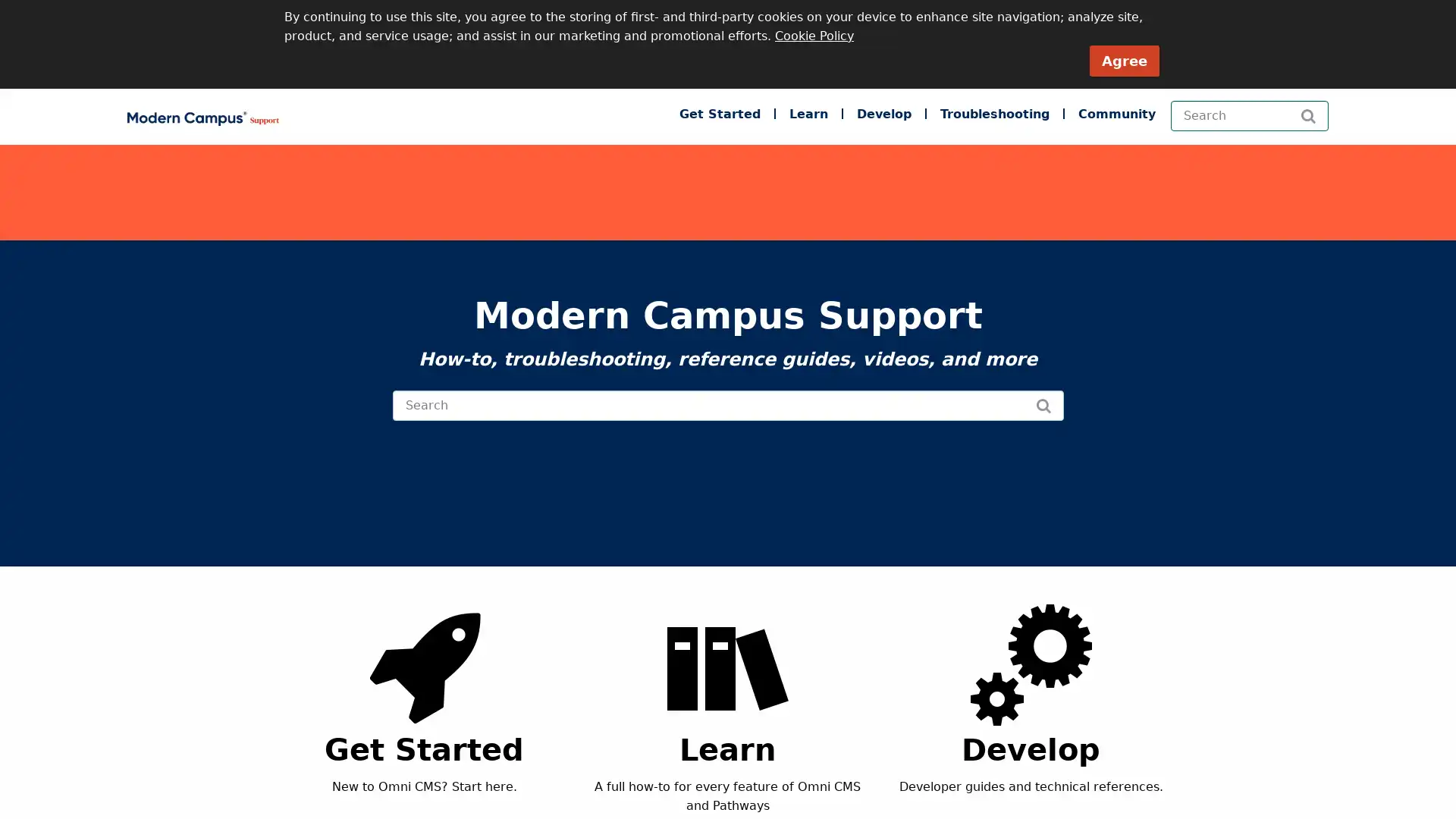  I want to click on Search, so click(1042, 403).